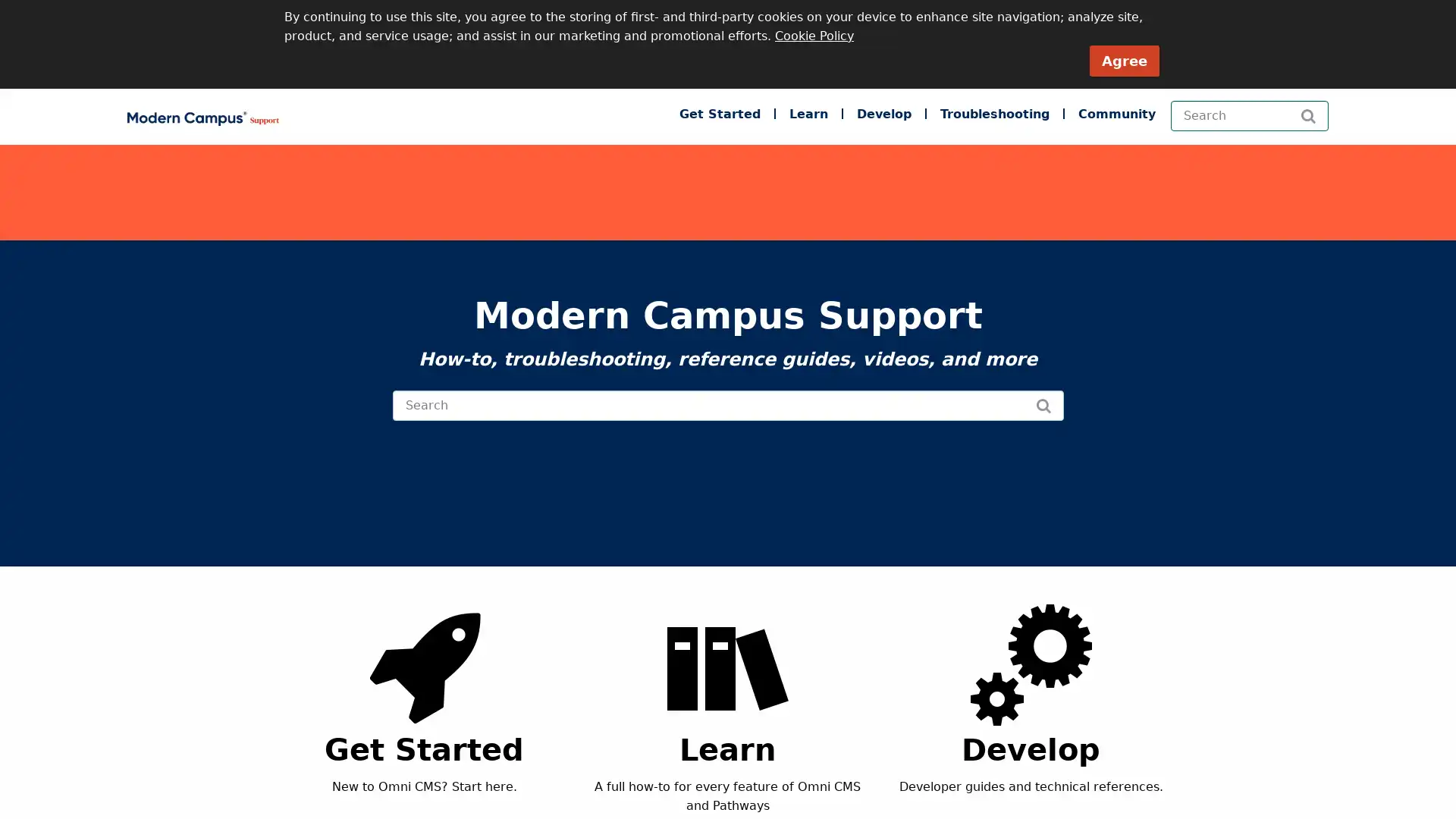  I want to click on Search, so click(1042, 403).